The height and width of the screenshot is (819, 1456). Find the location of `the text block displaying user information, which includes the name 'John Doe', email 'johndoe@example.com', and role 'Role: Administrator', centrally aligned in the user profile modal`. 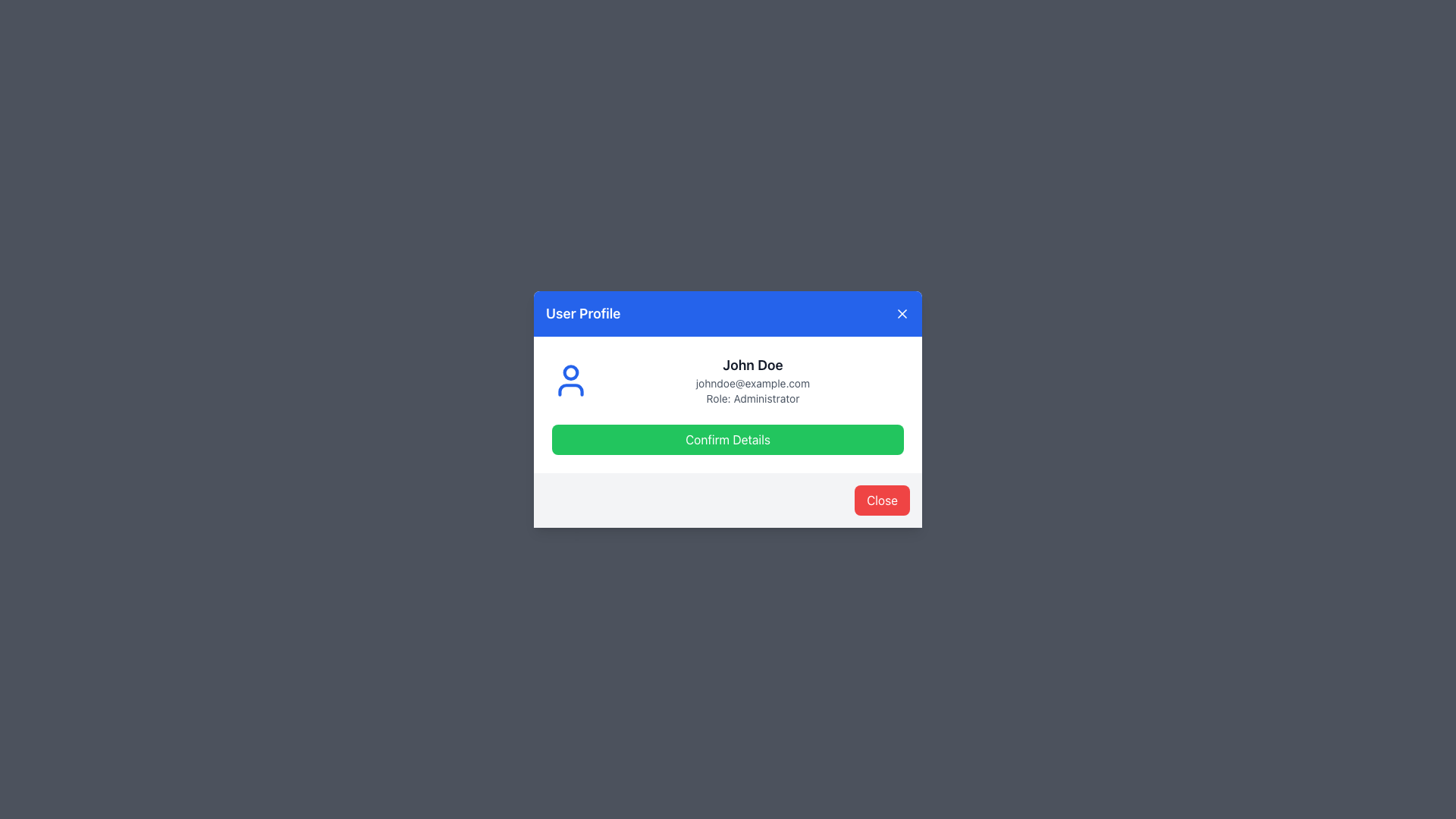

the text block displaying user information, which includes the name 'John Doe', email 'johndoe@example.com', and role 'Role: Administrator', centrally aligned in the user profile modal is located at coordinates (753, 379).